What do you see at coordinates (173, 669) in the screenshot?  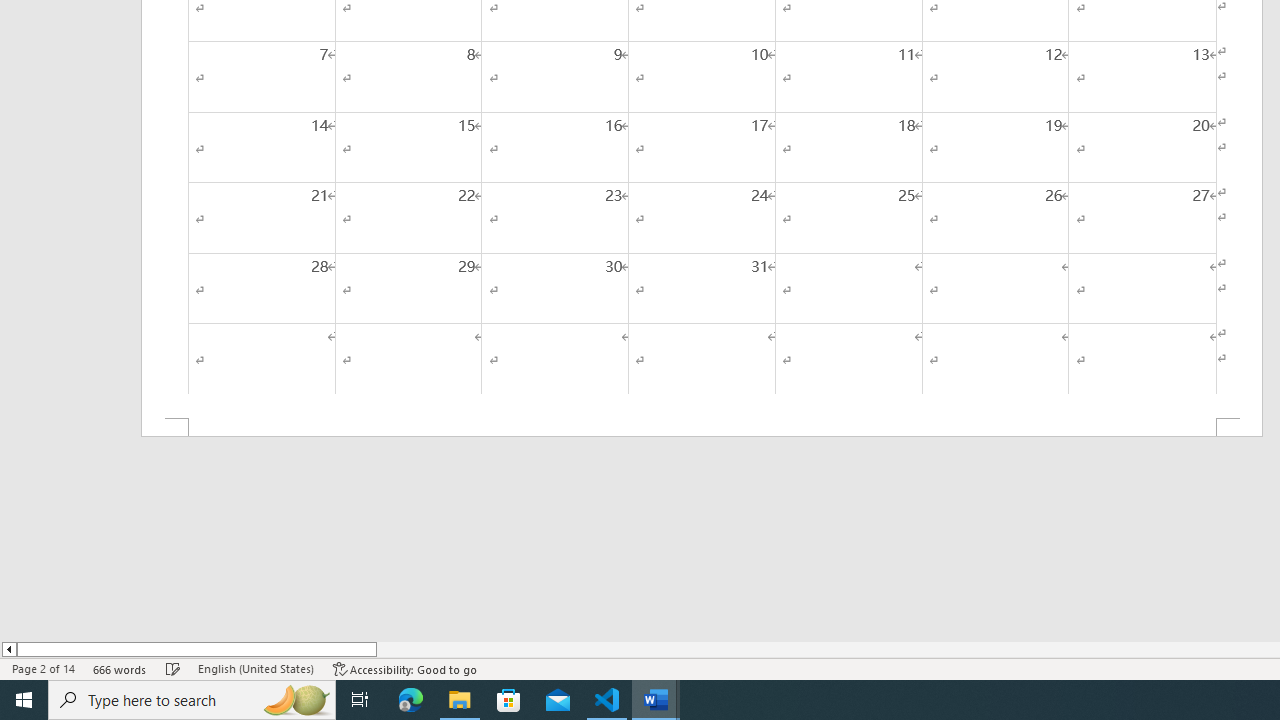 I see `'Spelling and Grammar Check Checking'` at bounding box center [173, 669].